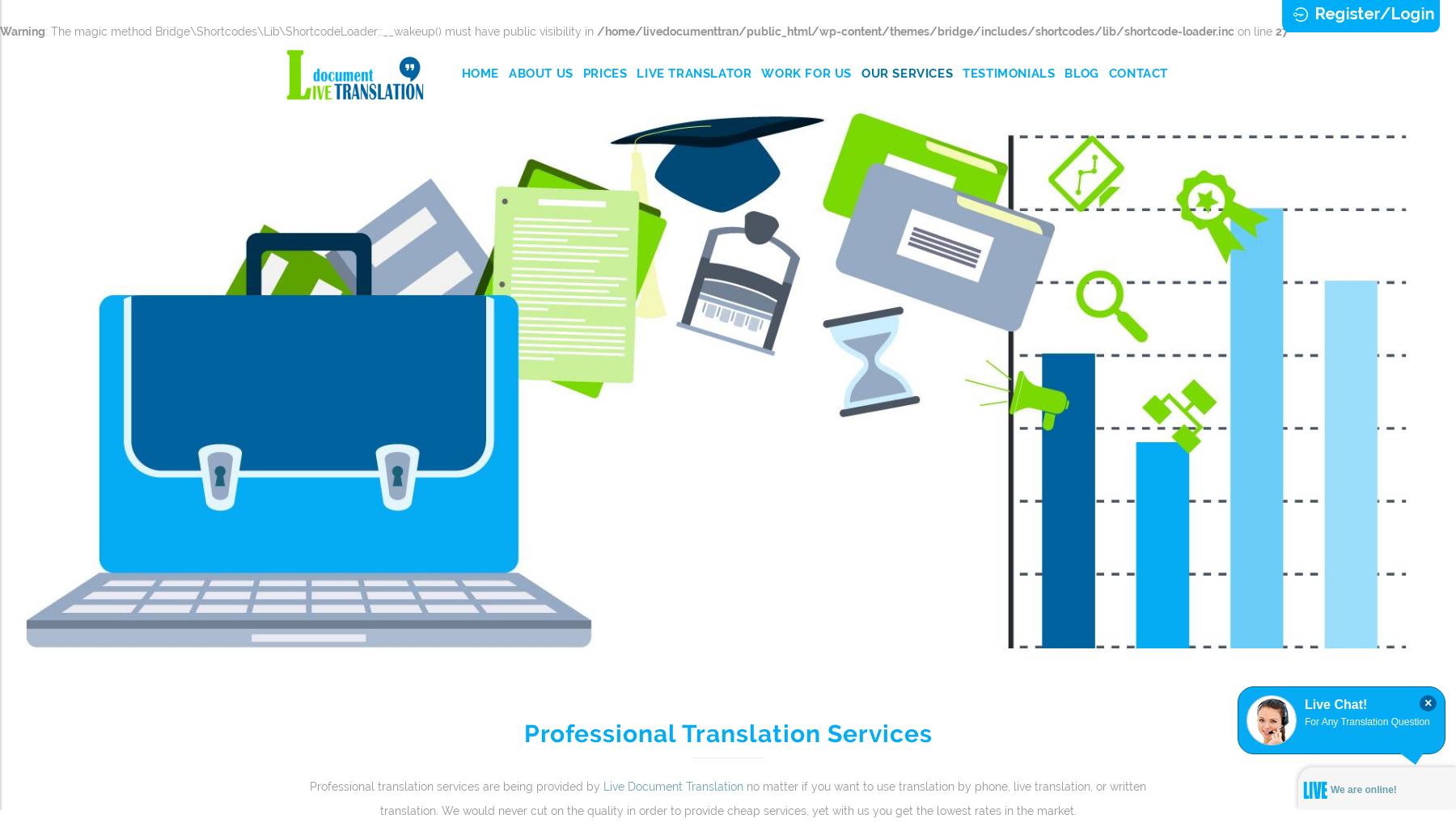 The height and width of the screenshot is (823, 1456). What do you see at coordinates (762, 797) in the screenshot?
I see `'no matter if you want to use translation by phone, live translation, or written translation. We would never cut on the quality in order to provide cheap services, yet with us you get the lowest rates in the market.'` at bounding box center [762, 797].